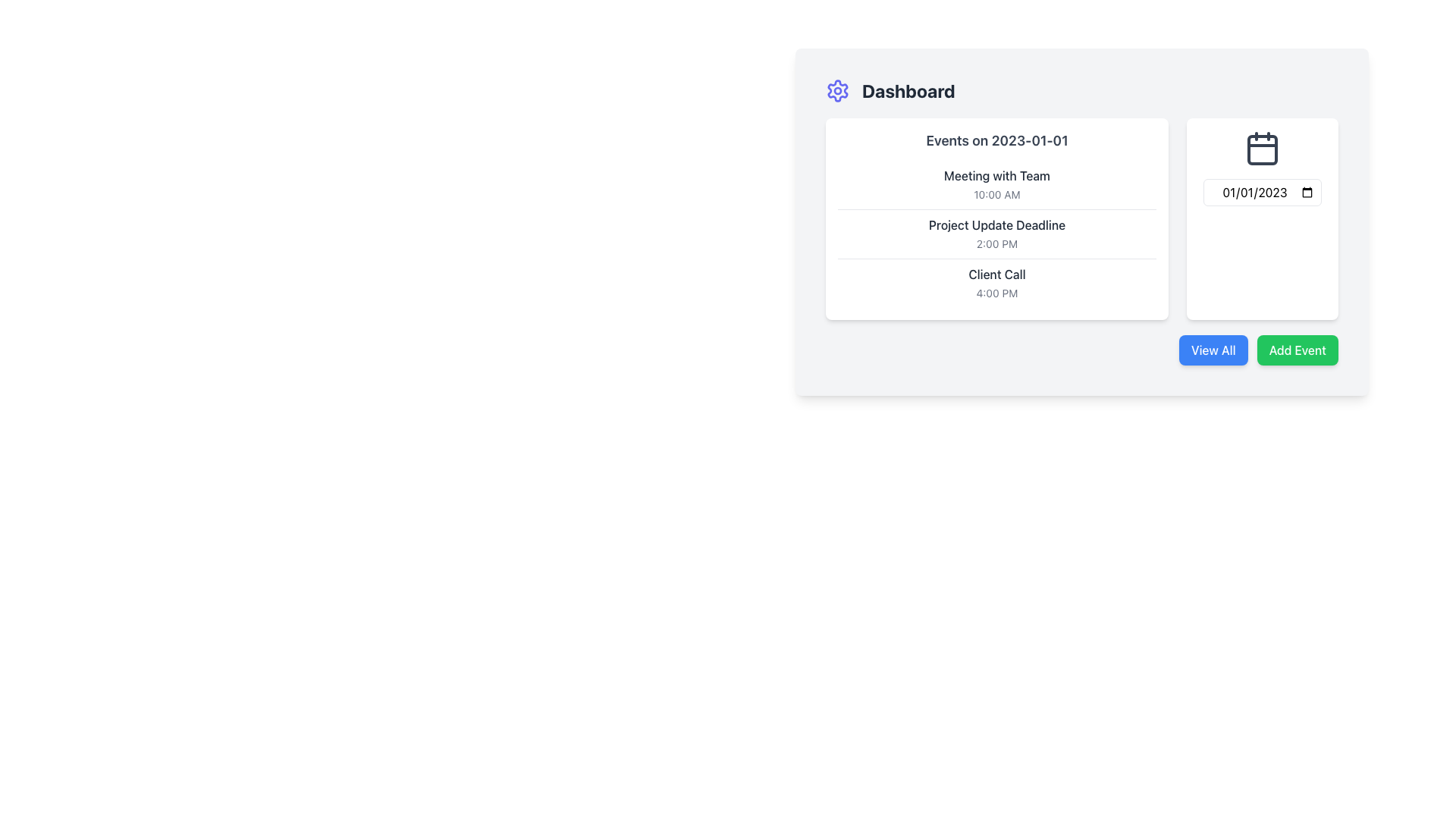 The image size is (1456, 819). I want to click on the Text Display representing the appointment titled 'Client Call' at 4:00 PM, which is the third item in the vertically stacked list, so click(997, 283).